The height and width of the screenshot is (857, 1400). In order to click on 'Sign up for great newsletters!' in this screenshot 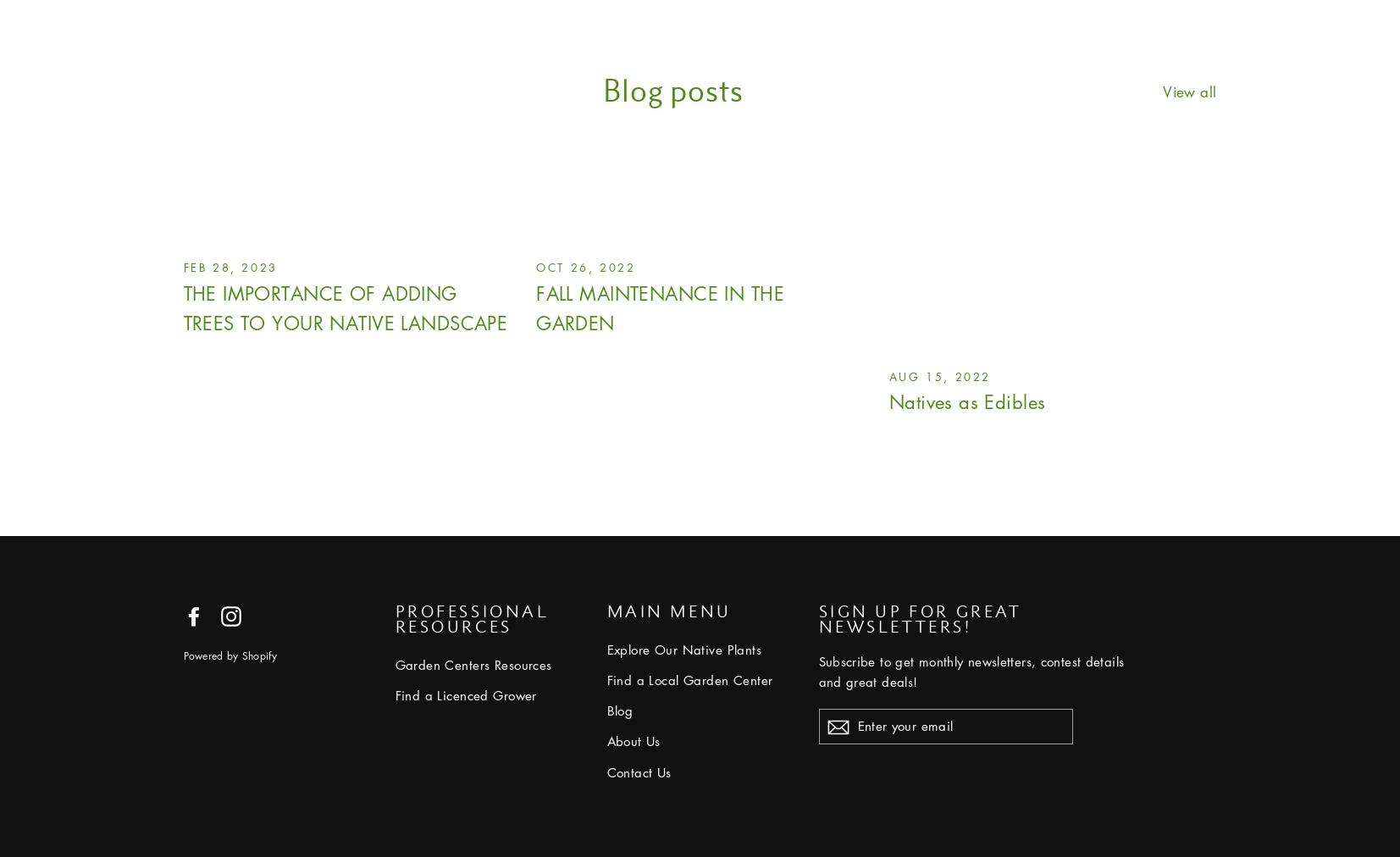, I will do `click(920, 617)`.